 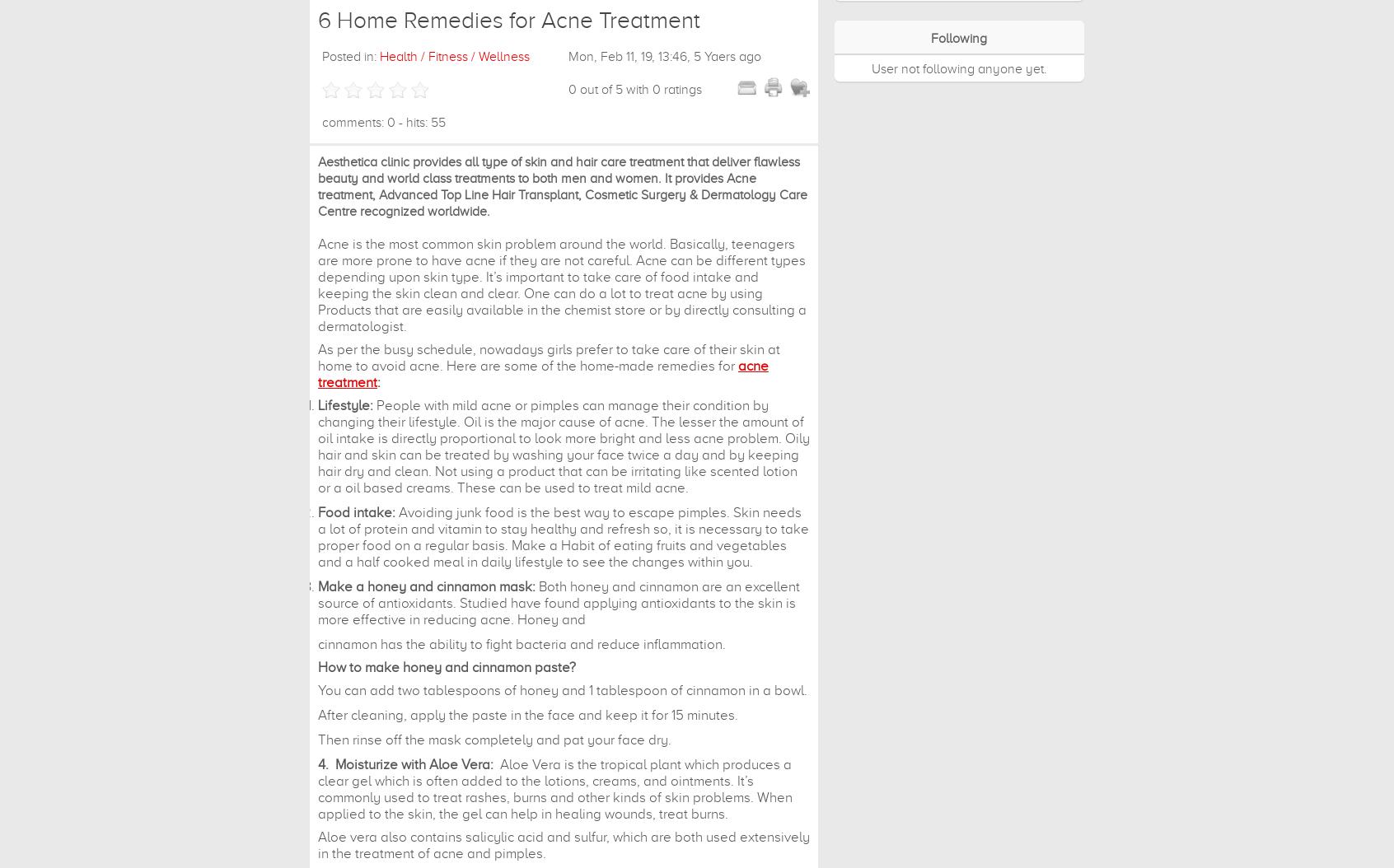 I want to click on 'Make a honey and cinnamon mask:', so click(x=317, y=586).